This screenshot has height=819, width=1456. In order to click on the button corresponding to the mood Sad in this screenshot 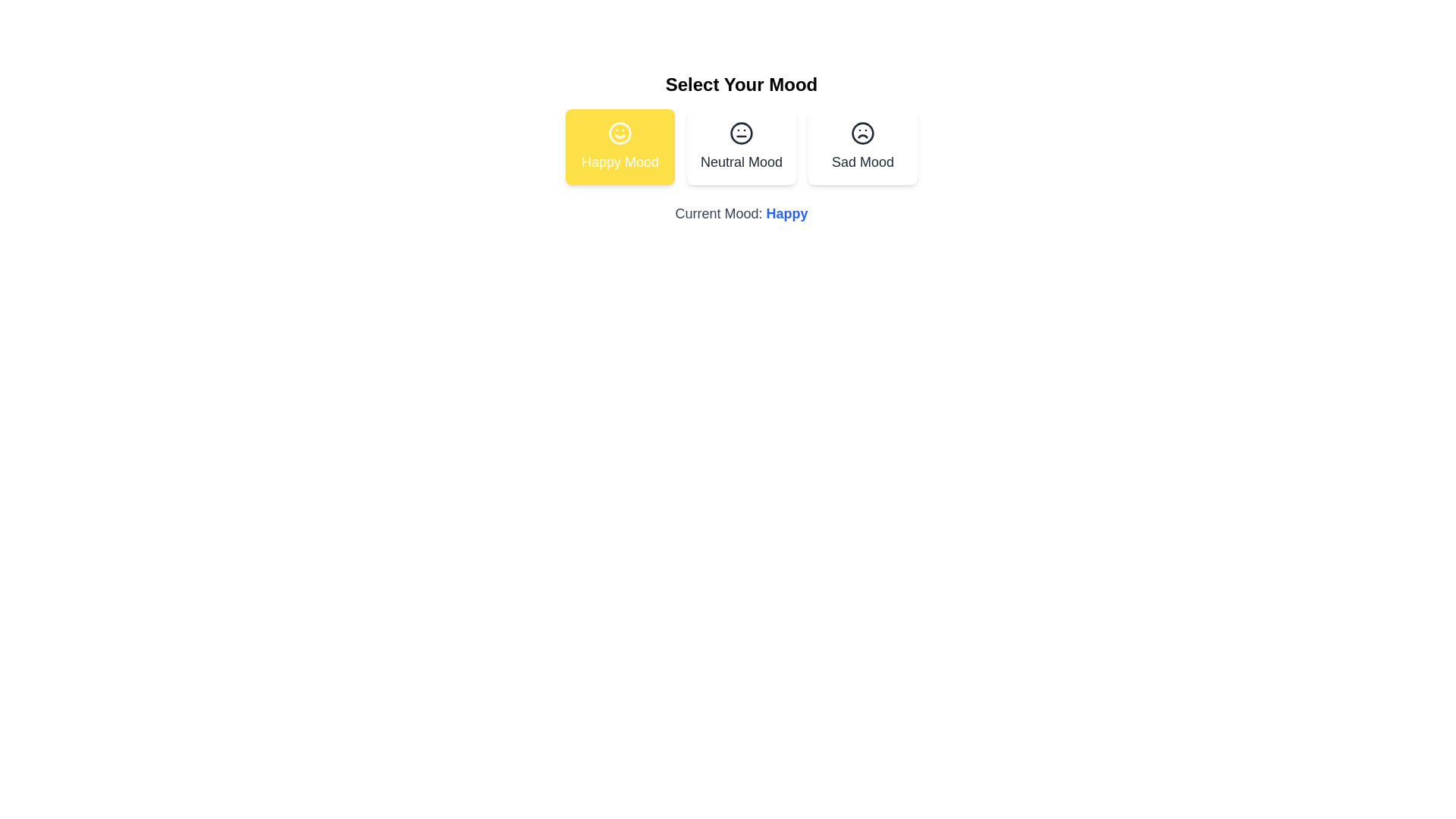, I will do `click(862, 146)`.